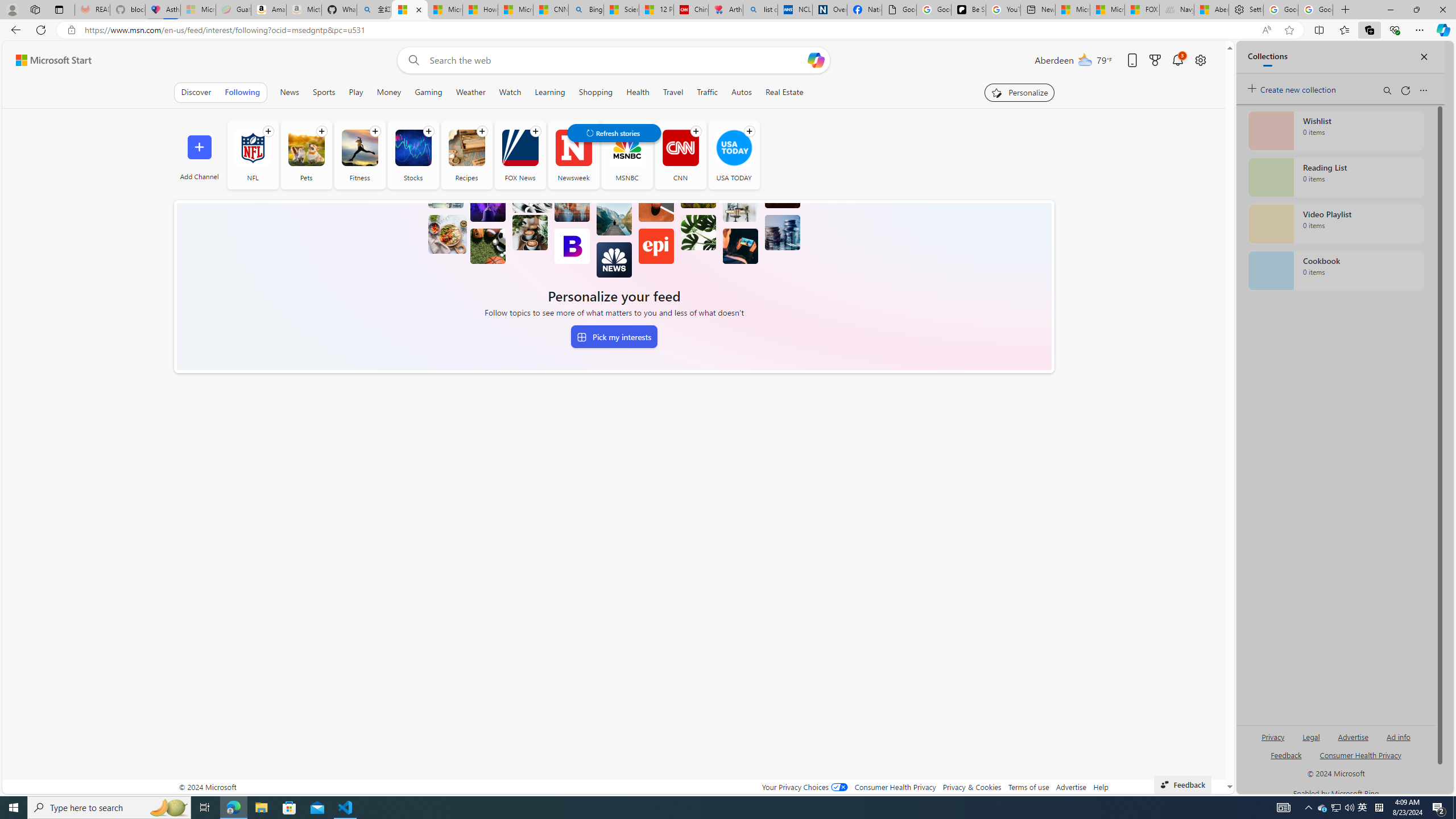  I want to click on 'Shopping', so click(595, 92).